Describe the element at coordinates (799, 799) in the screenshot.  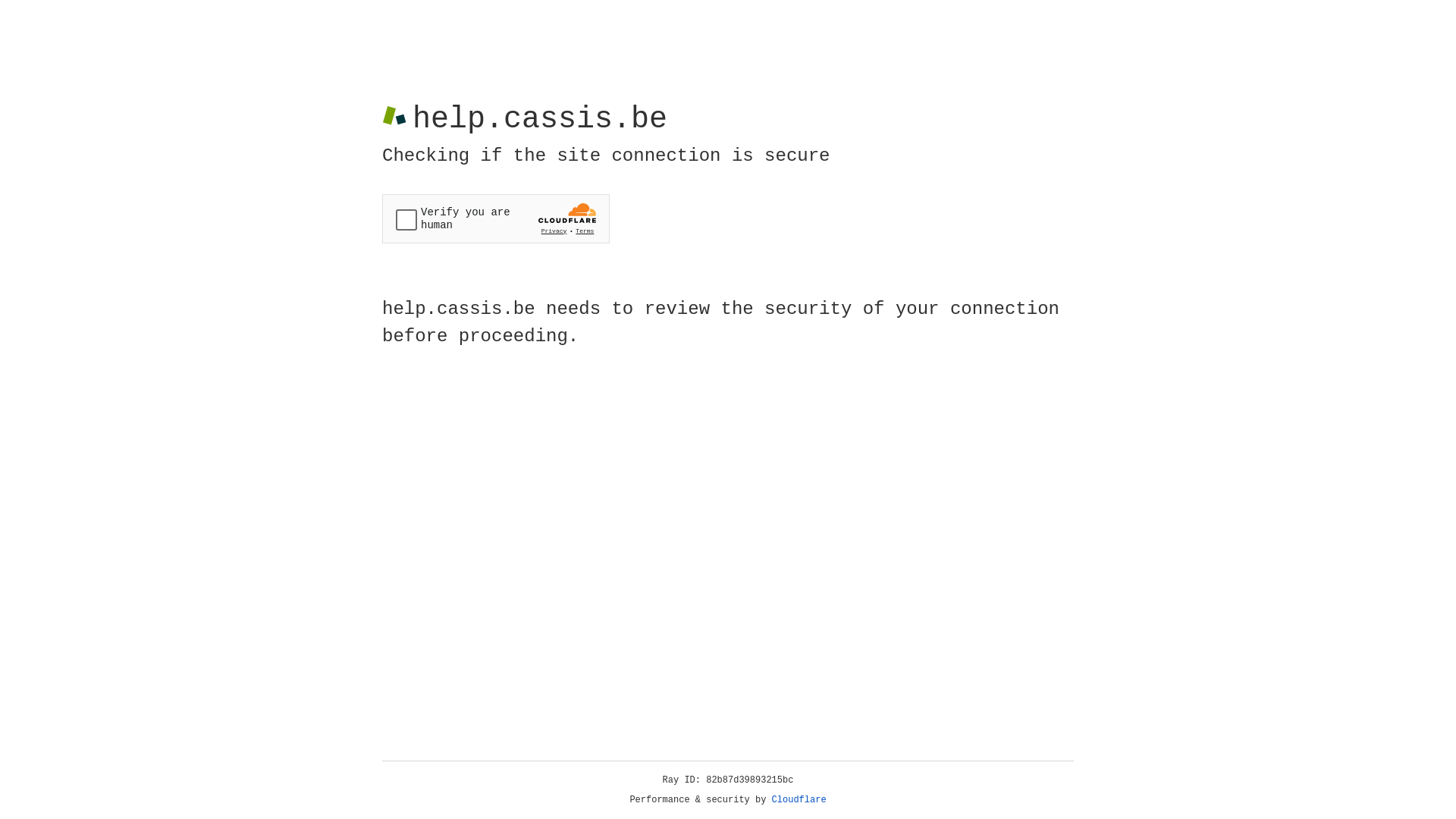
I see `'Cloudflare'` at that location.